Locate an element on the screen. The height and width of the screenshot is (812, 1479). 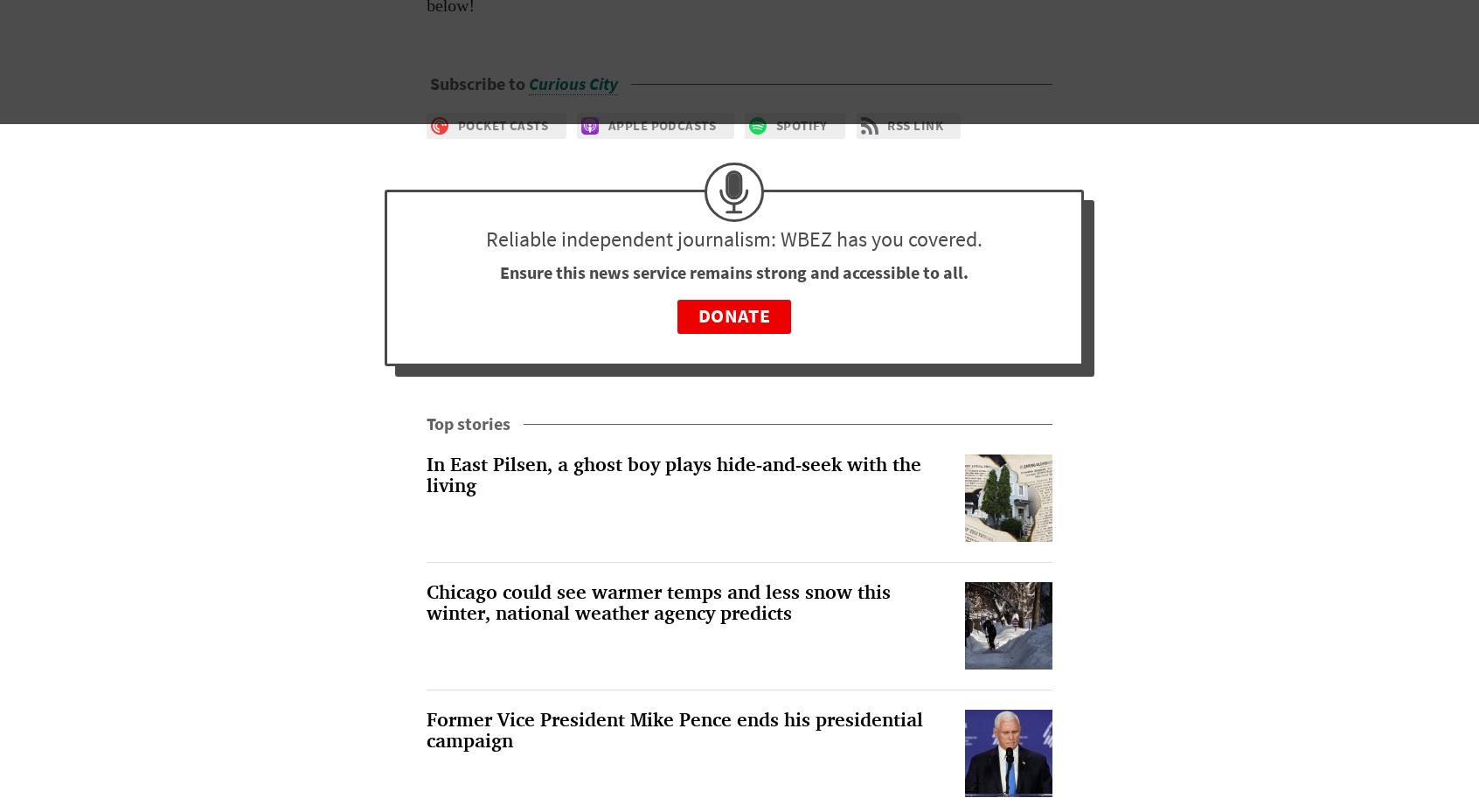
'Subscribe to' is located at coordinates (479, 83).